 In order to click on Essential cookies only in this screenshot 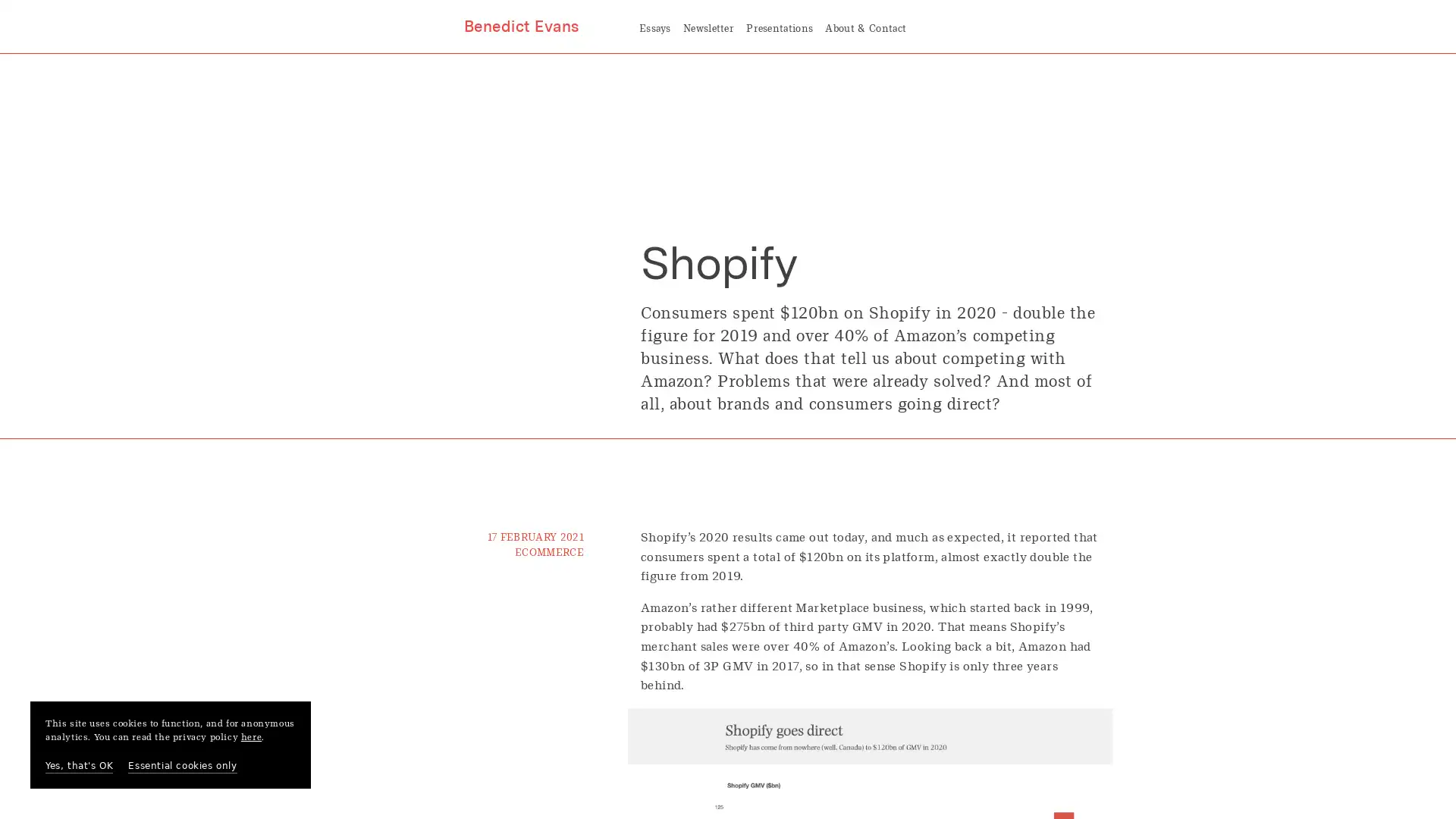, I will do `click(182, 766)`.